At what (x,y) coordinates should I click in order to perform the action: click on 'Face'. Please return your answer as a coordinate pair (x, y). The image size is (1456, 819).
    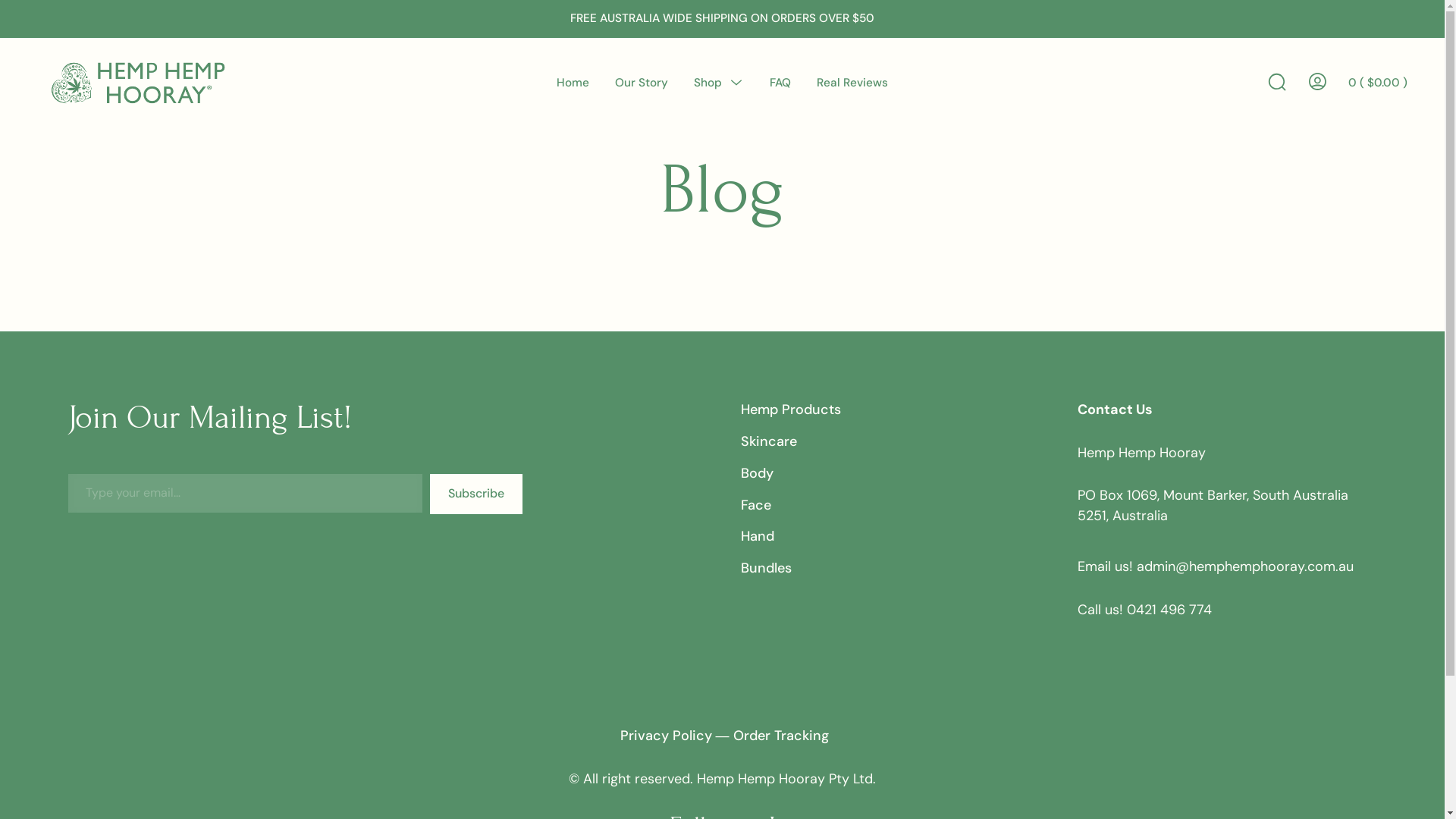
    Looking at the image, I should click on (756, 505).